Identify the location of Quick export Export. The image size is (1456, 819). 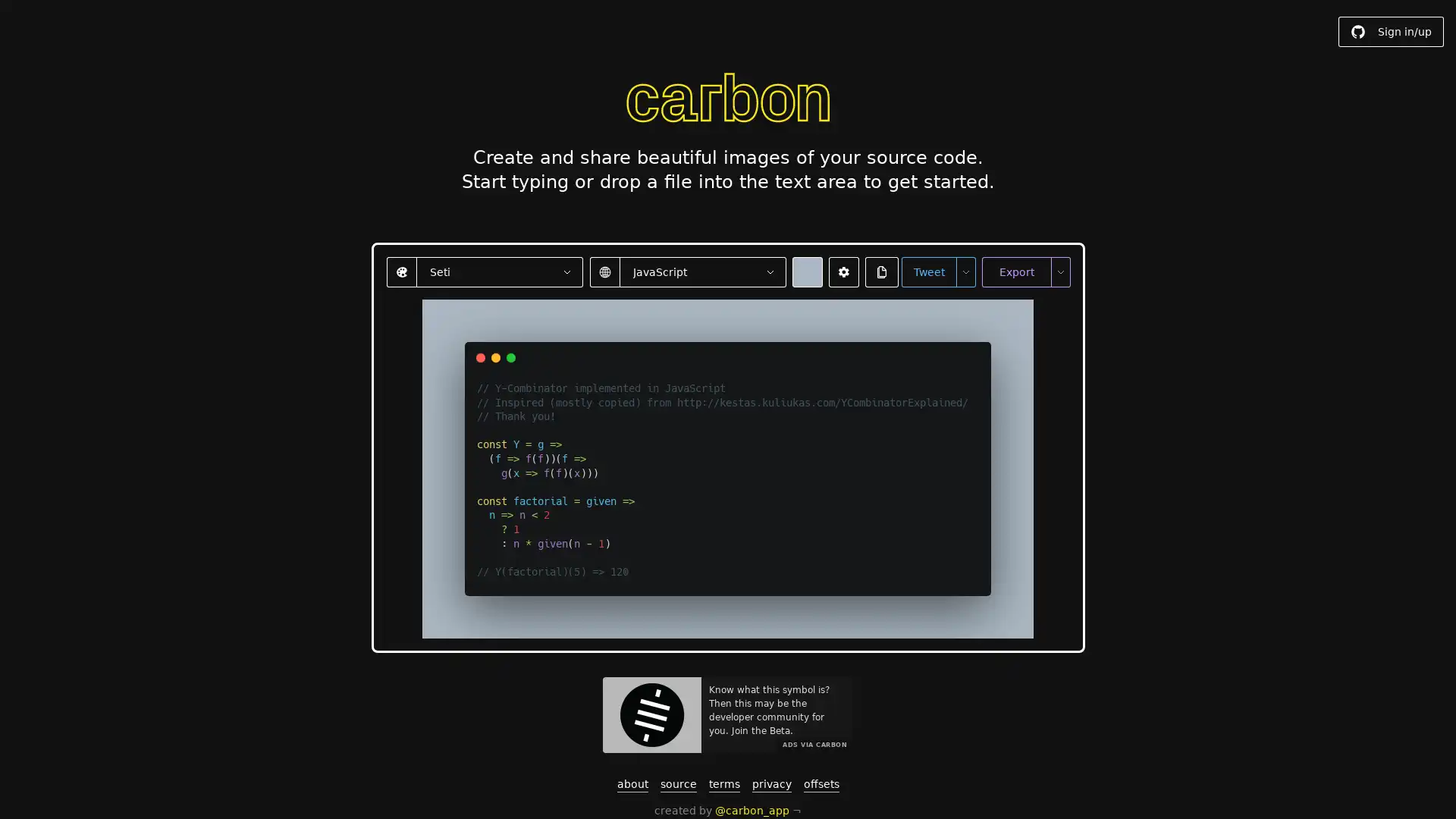
(1015, 271).